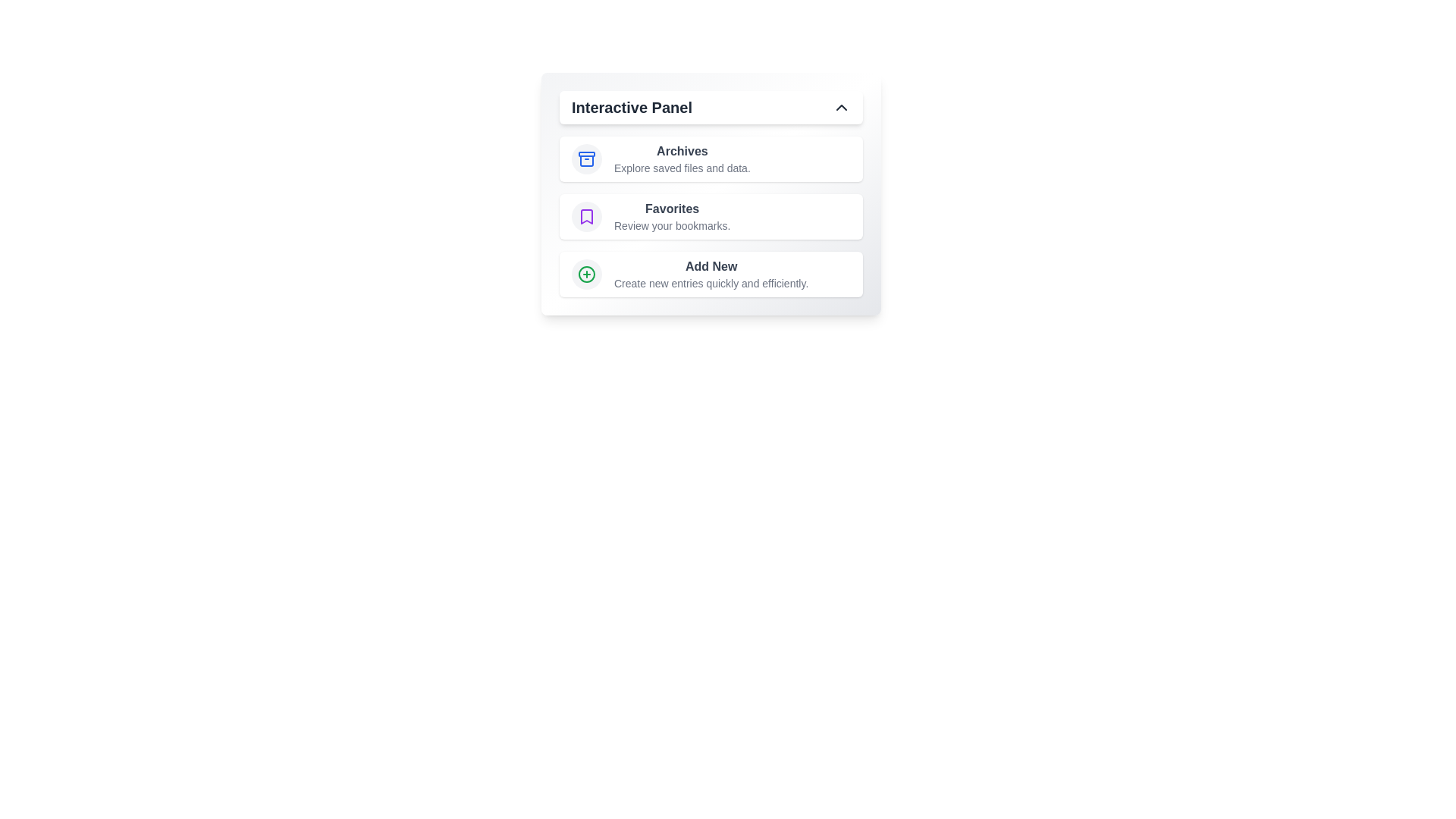 This screenshot has height=819, width=1456. What do you see at coordinates (710, 107) in the screenshot?
I see `the Interactive Panel button to toggle the menu expansion` at bounding box center [710, 107].